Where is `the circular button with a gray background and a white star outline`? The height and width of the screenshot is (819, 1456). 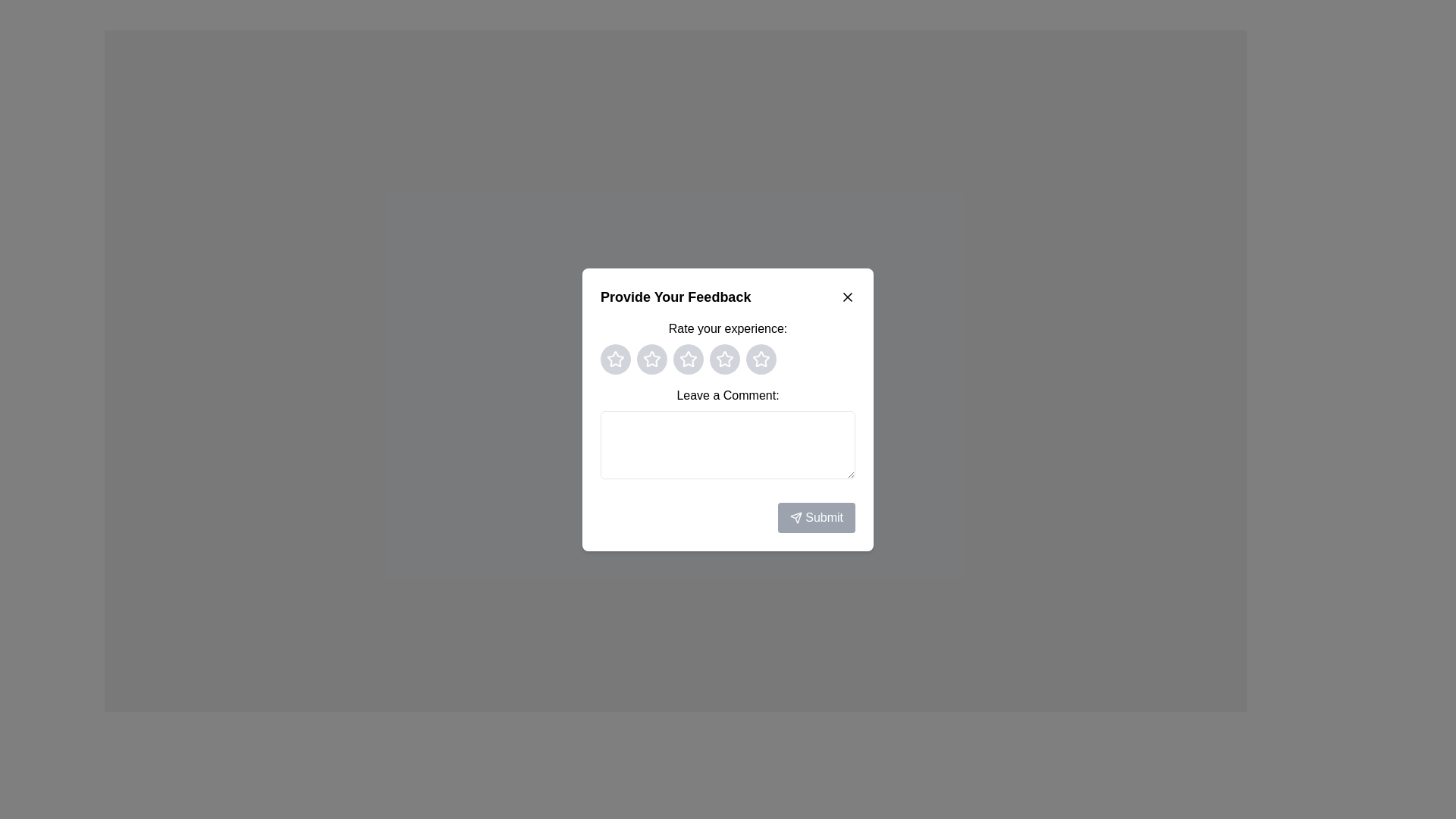
the circular button with a gray background and a white star outline is located at coordinates (687, 359).